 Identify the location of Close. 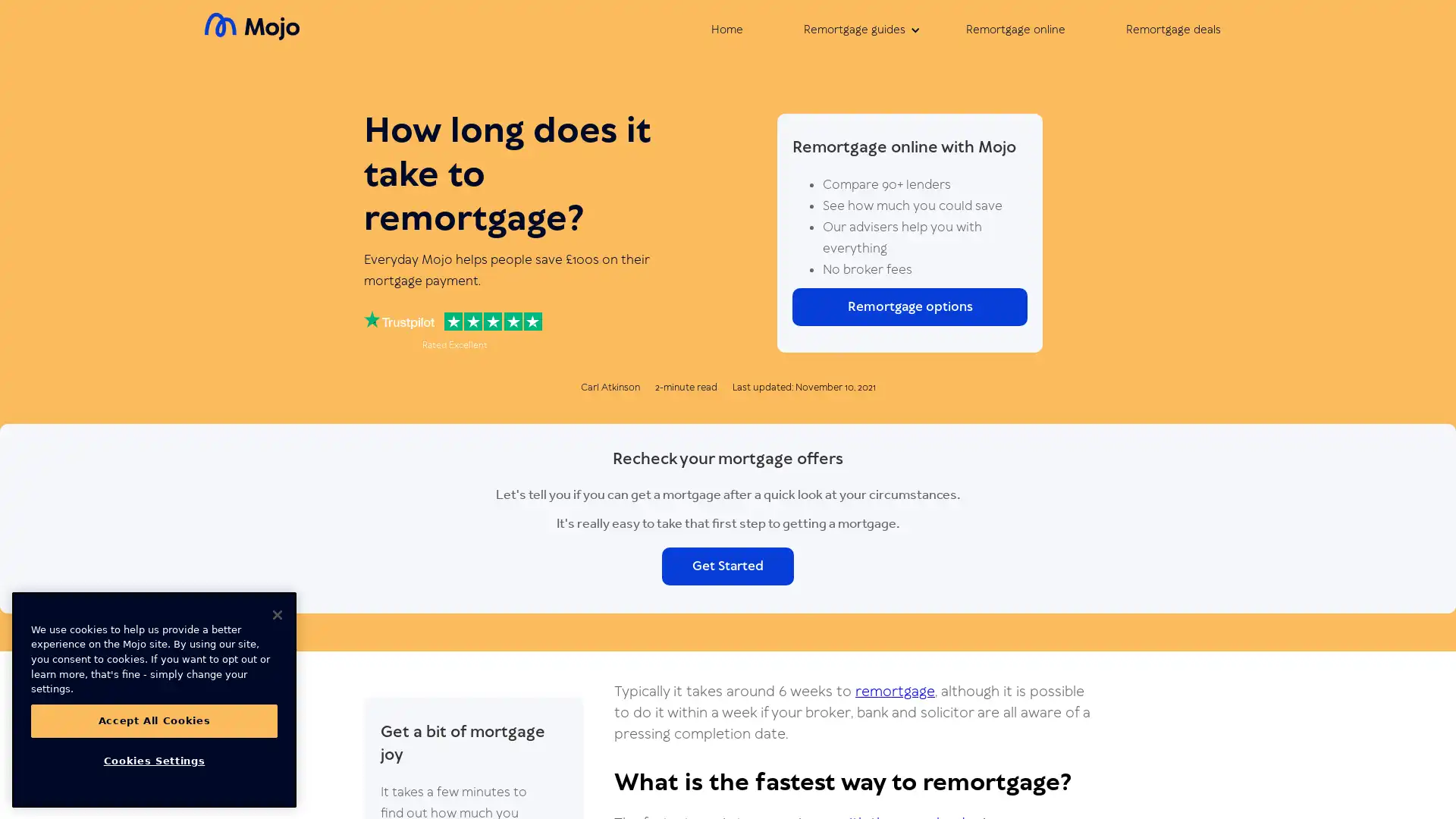
(277, 613).